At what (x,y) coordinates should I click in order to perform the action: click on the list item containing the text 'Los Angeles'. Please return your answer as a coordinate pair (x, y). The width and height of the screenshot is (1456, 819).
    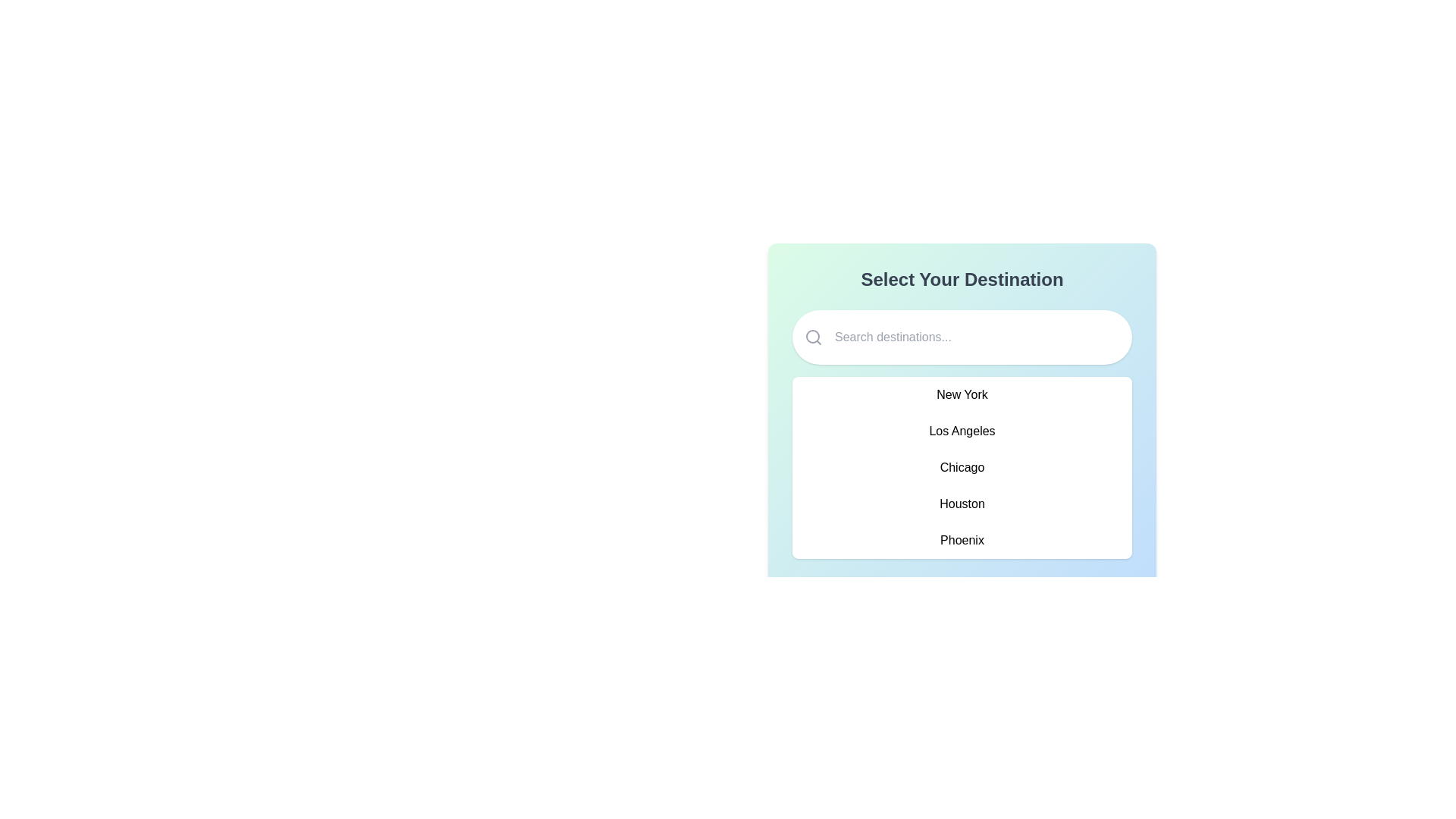
    Looking at the image, I should click on (961, 438).